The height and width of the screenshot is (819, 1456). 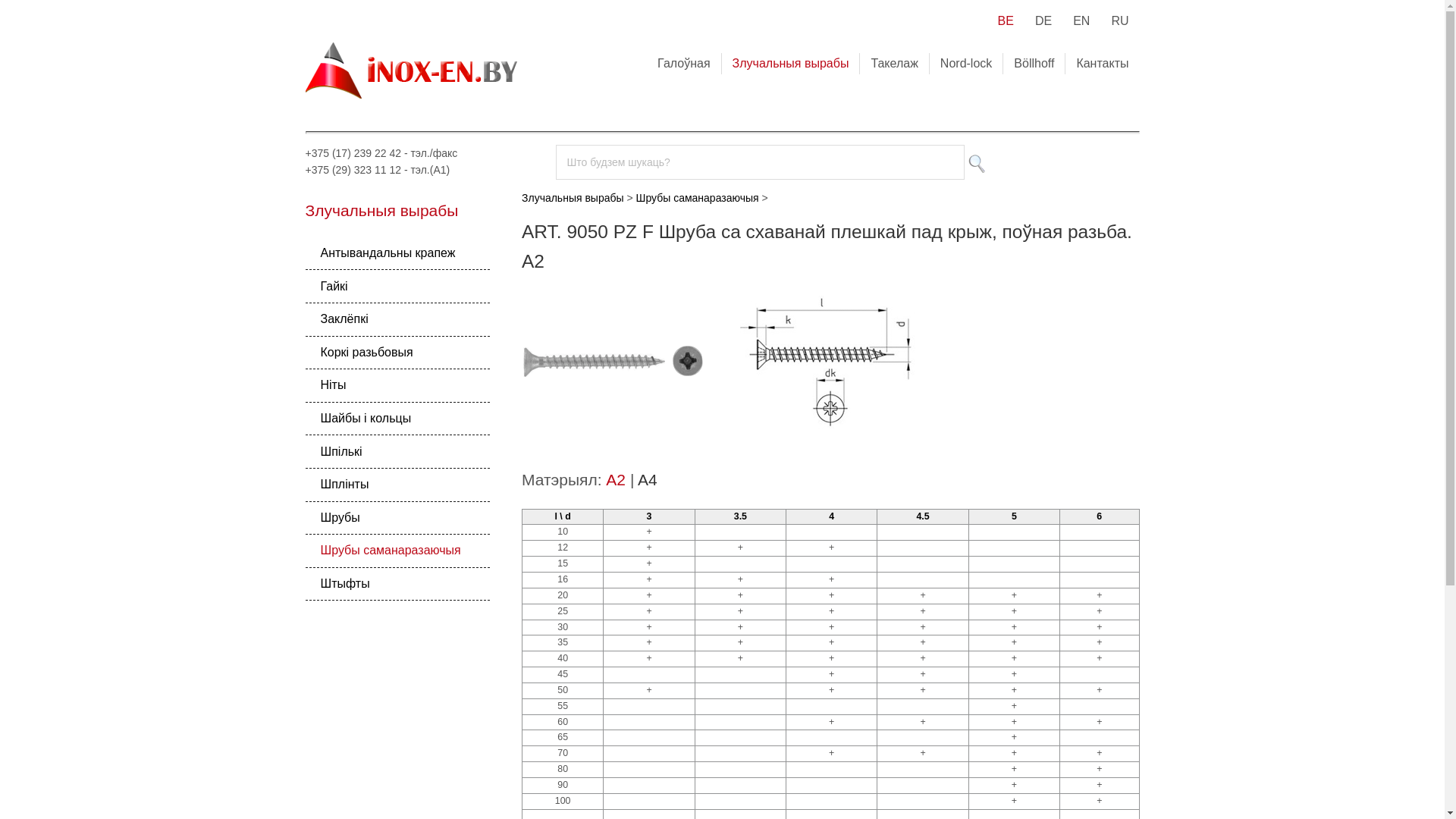 I want to click on 'Nord-lock', so click(x=965, y=62).